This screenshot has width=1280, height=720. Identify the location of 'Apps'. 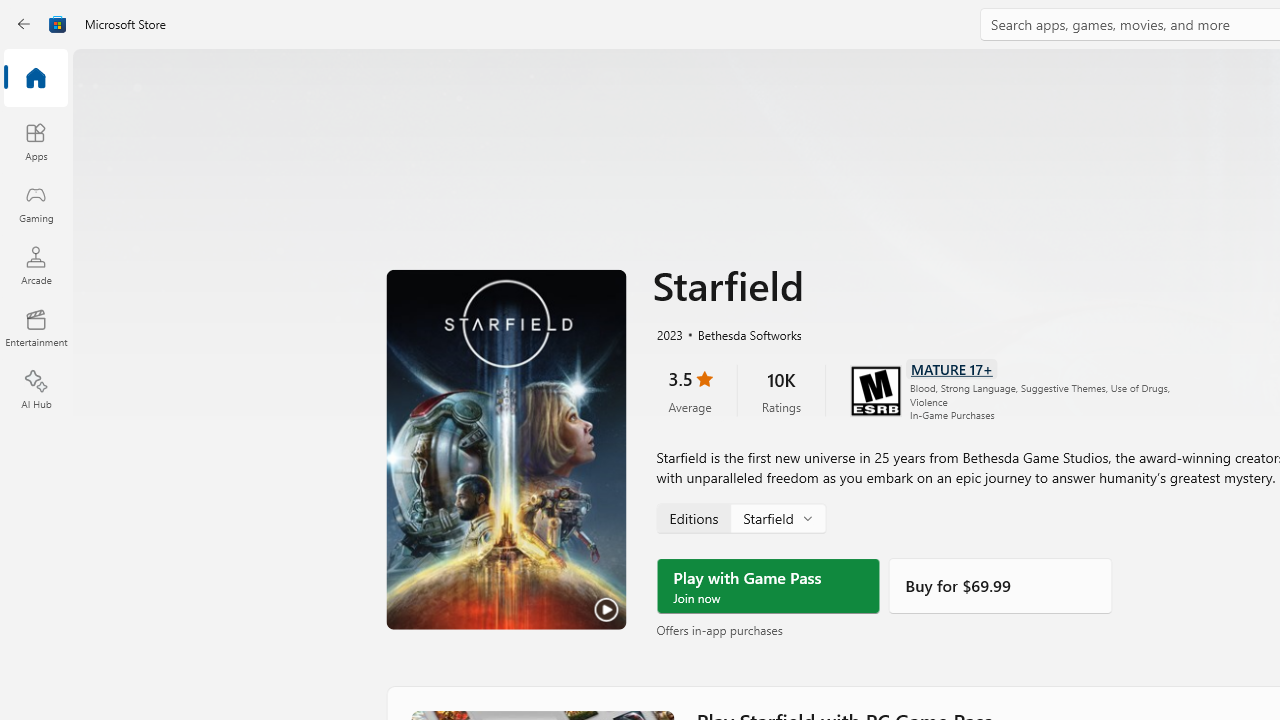
(35, 140).